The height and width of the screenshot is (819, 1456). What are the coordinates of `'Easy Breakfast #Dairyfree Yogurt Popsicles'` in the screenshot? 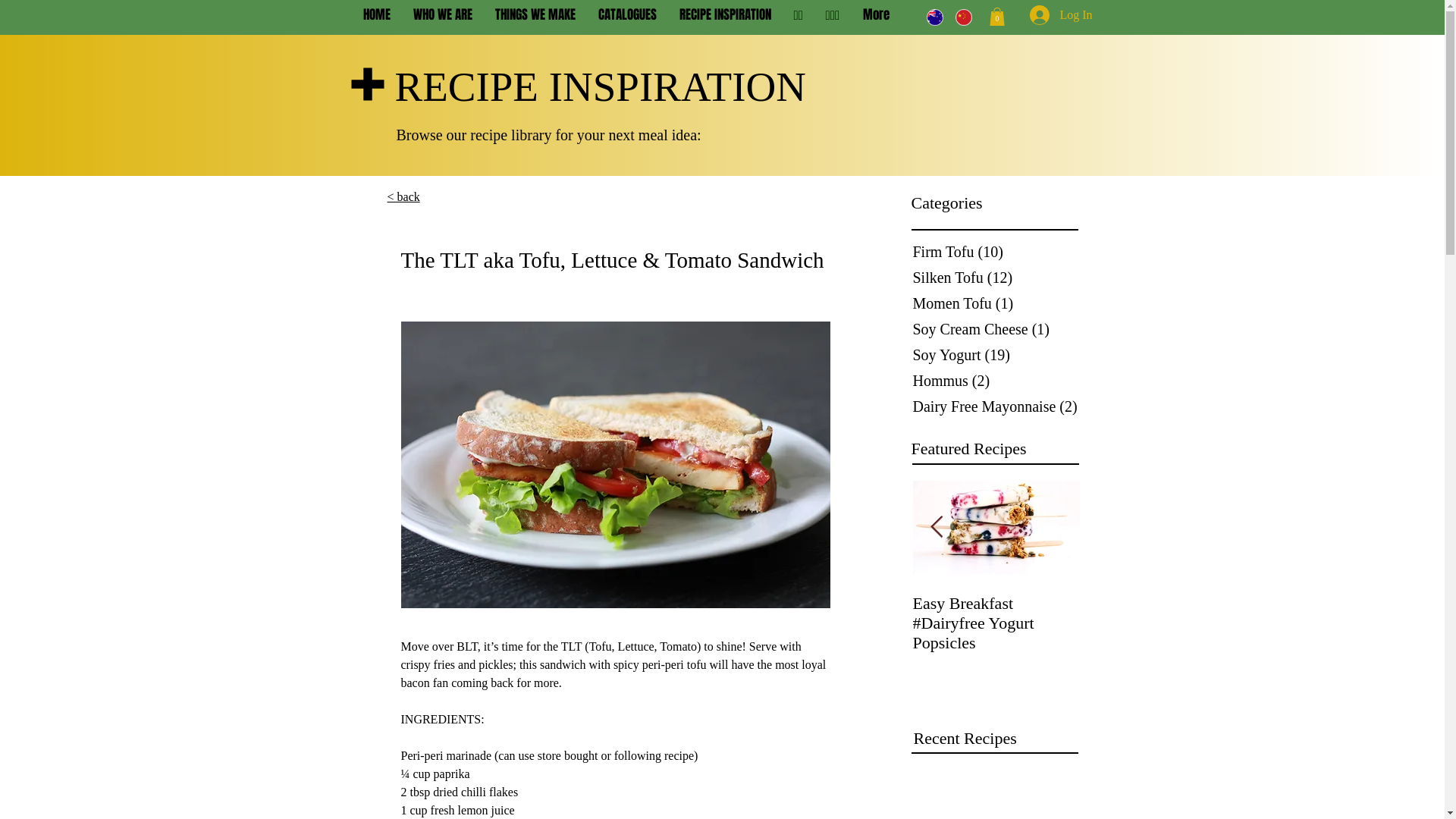 It's located at (996, 623).